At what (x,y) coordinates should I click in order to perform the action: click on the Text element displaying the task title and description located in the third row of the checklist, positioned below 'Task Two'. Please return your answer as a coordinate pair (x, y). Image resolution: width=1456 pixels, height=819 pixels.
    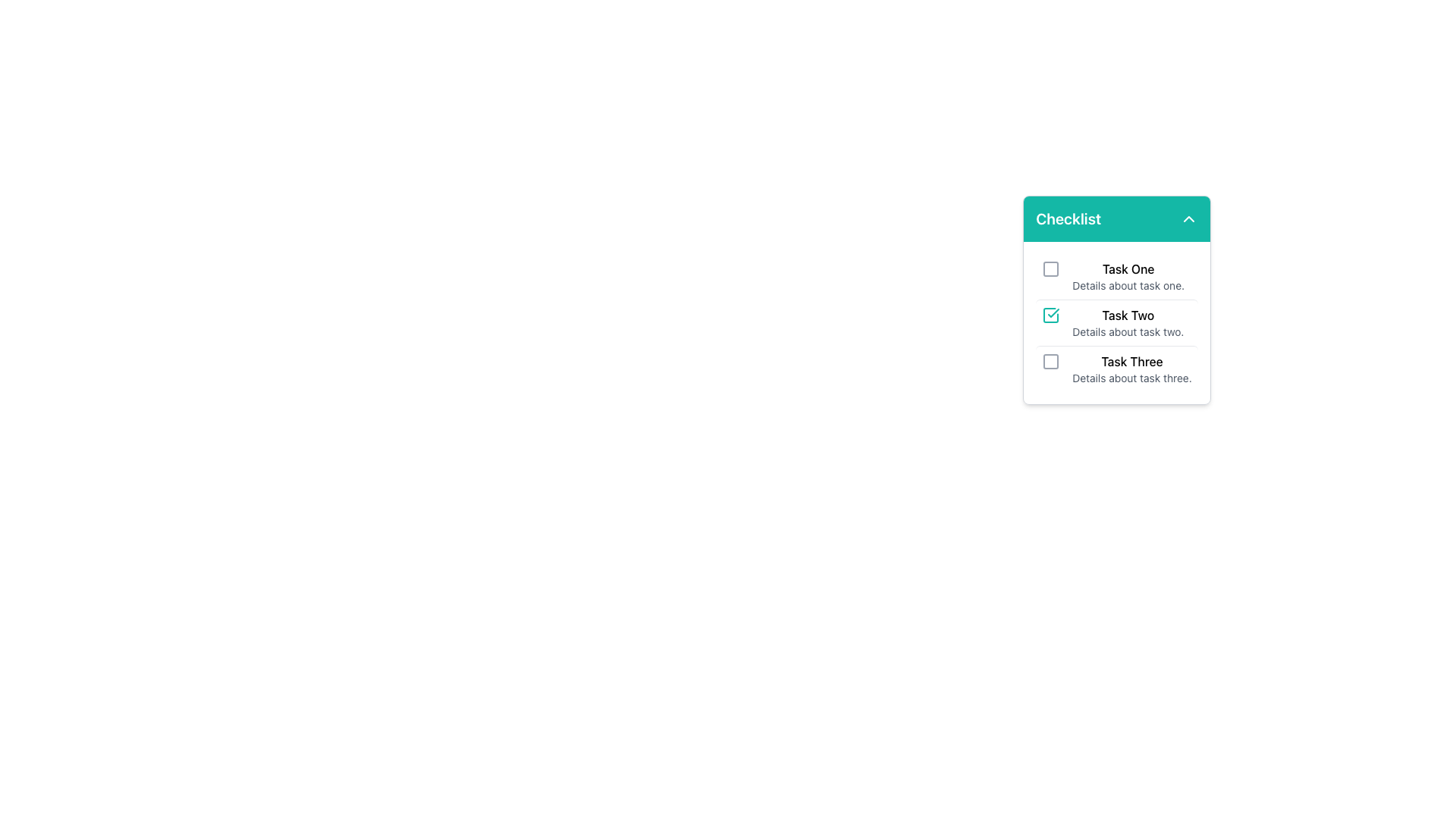
    Looking at the image, I should click on (1131, 369).